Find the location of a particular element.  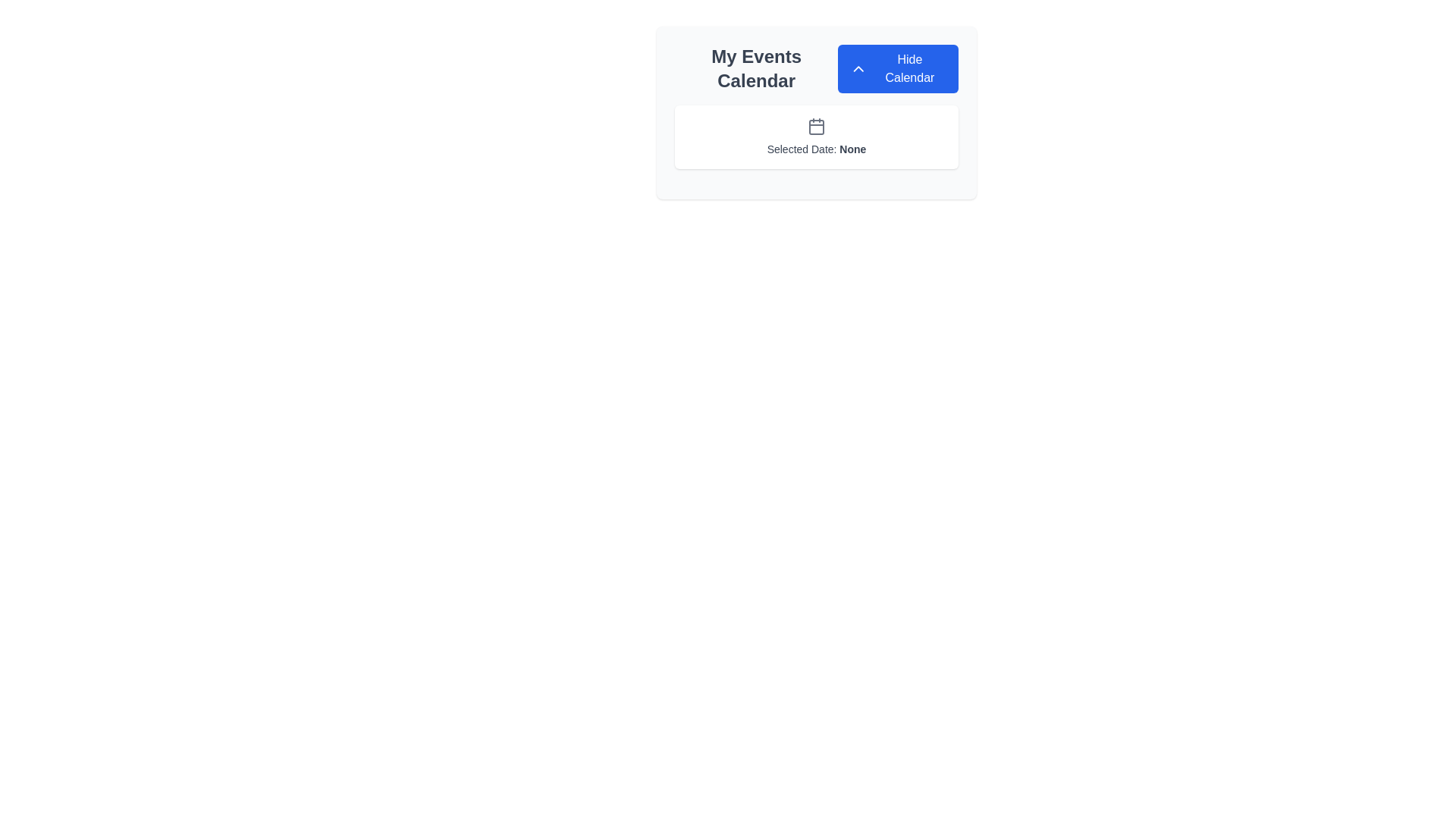

the Informational Display Panel which features a white background, rounded borders, and displays 'Selected Date: None' is located at coordinates (815, 137).